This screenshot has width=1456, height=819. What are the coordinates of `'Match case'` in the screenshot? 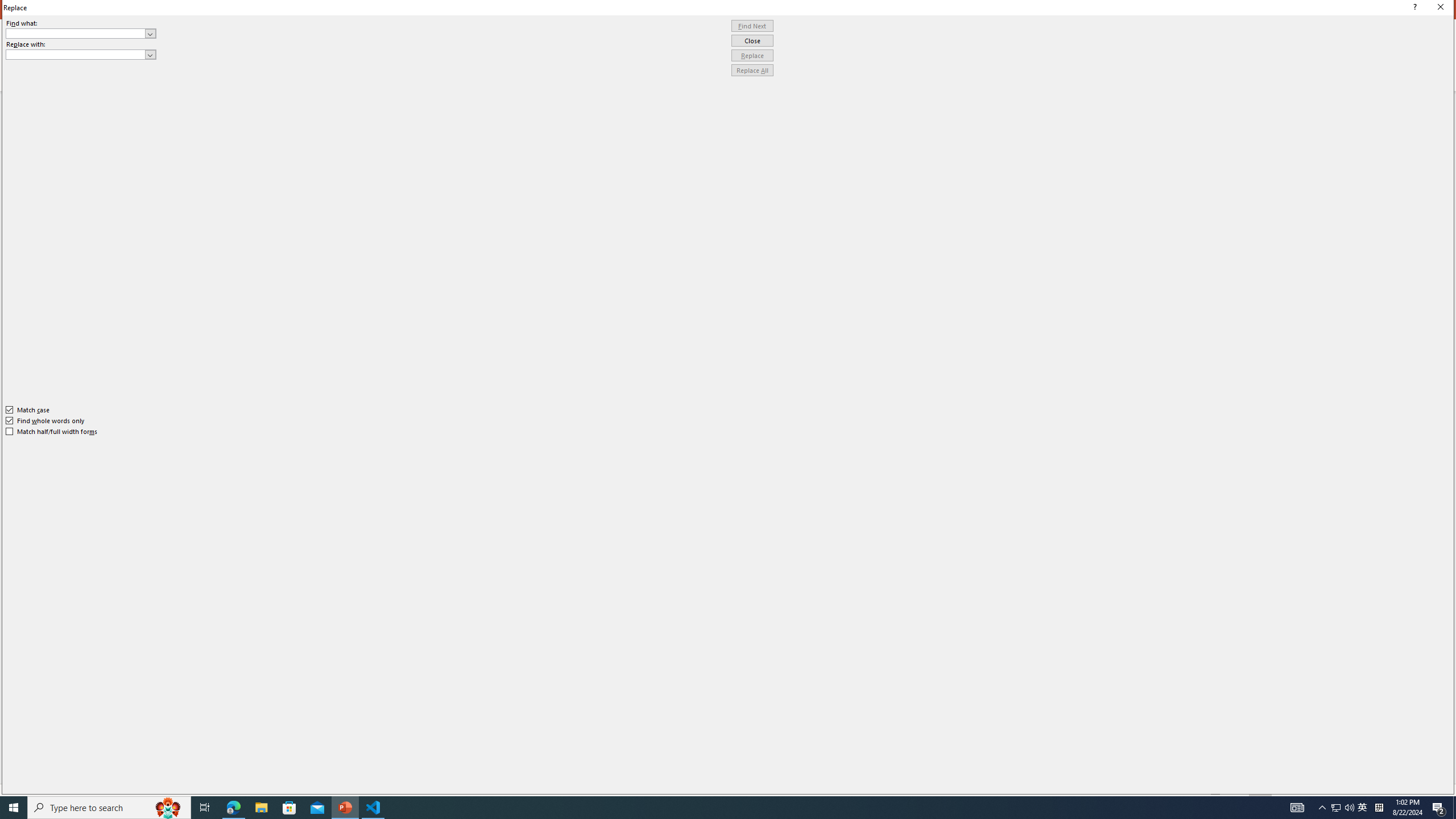 It's located at (27, 409).